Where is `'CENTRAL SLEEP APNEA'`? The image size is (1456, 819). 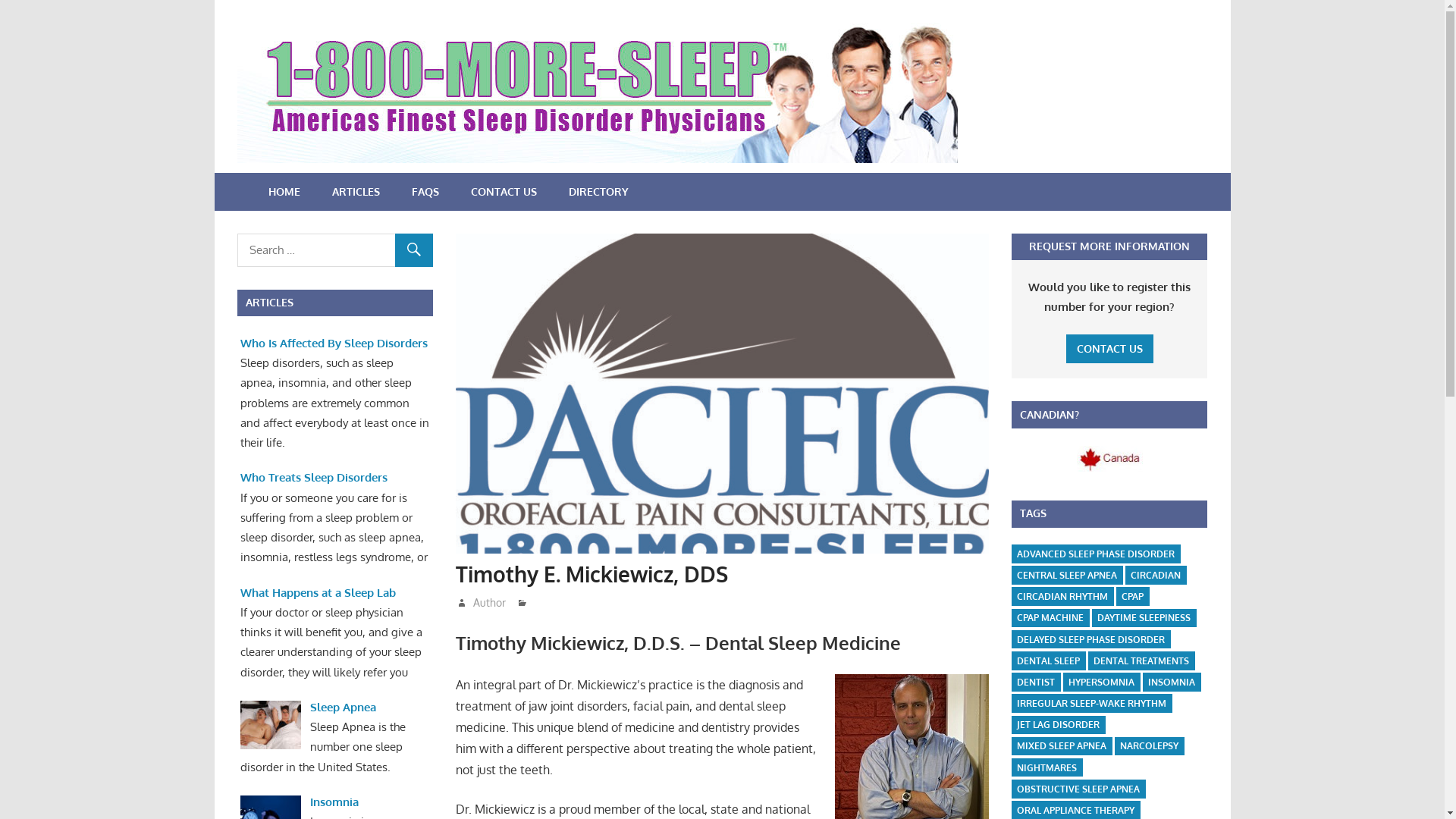
'CENTRAL SLEEP APNEA' is located at coordinates (1065, 575).